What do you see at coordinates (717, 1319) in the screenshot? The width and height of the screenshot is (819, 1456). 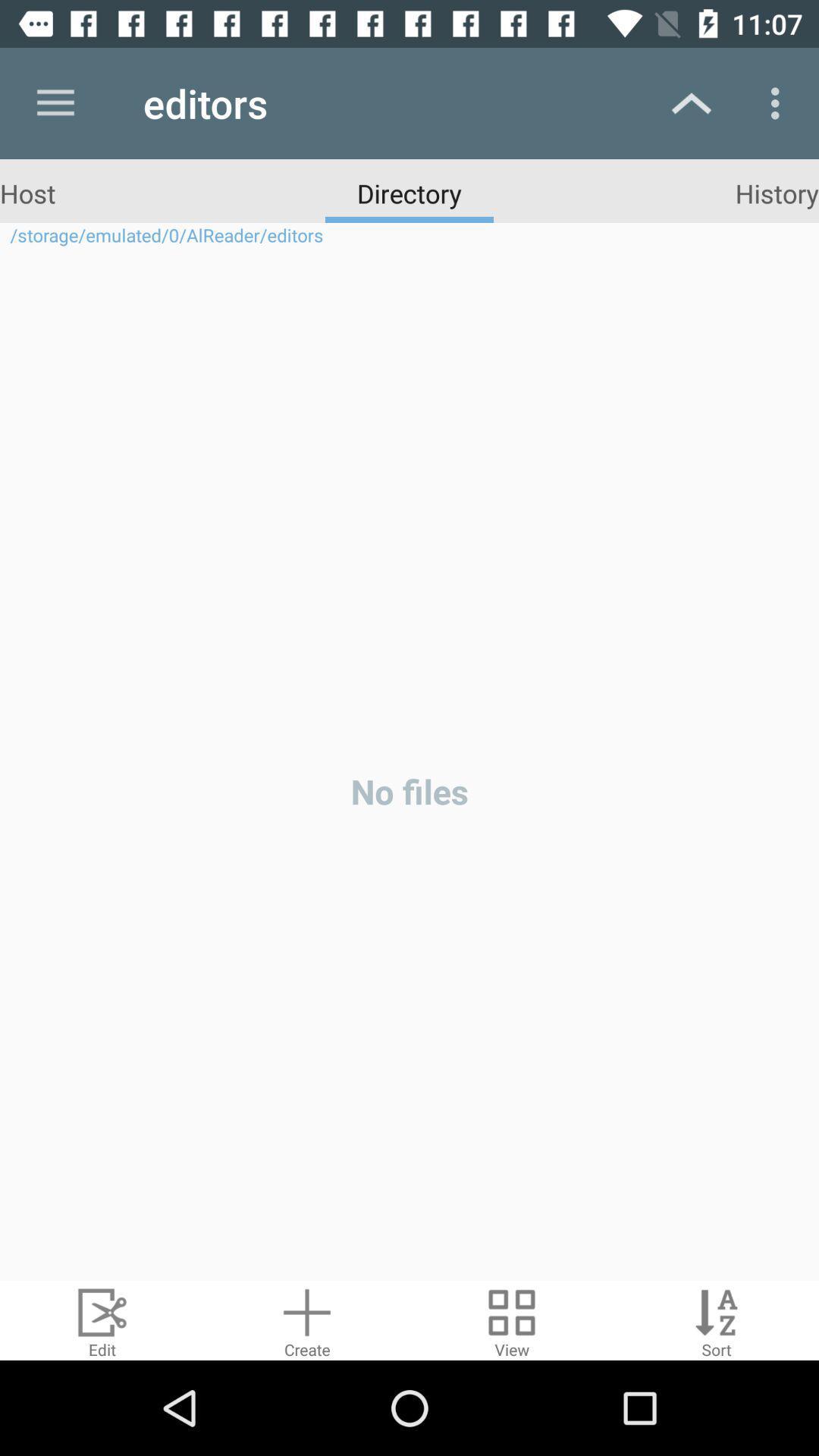 I see `sort alphabetically` at bounding box center [717, 1319].